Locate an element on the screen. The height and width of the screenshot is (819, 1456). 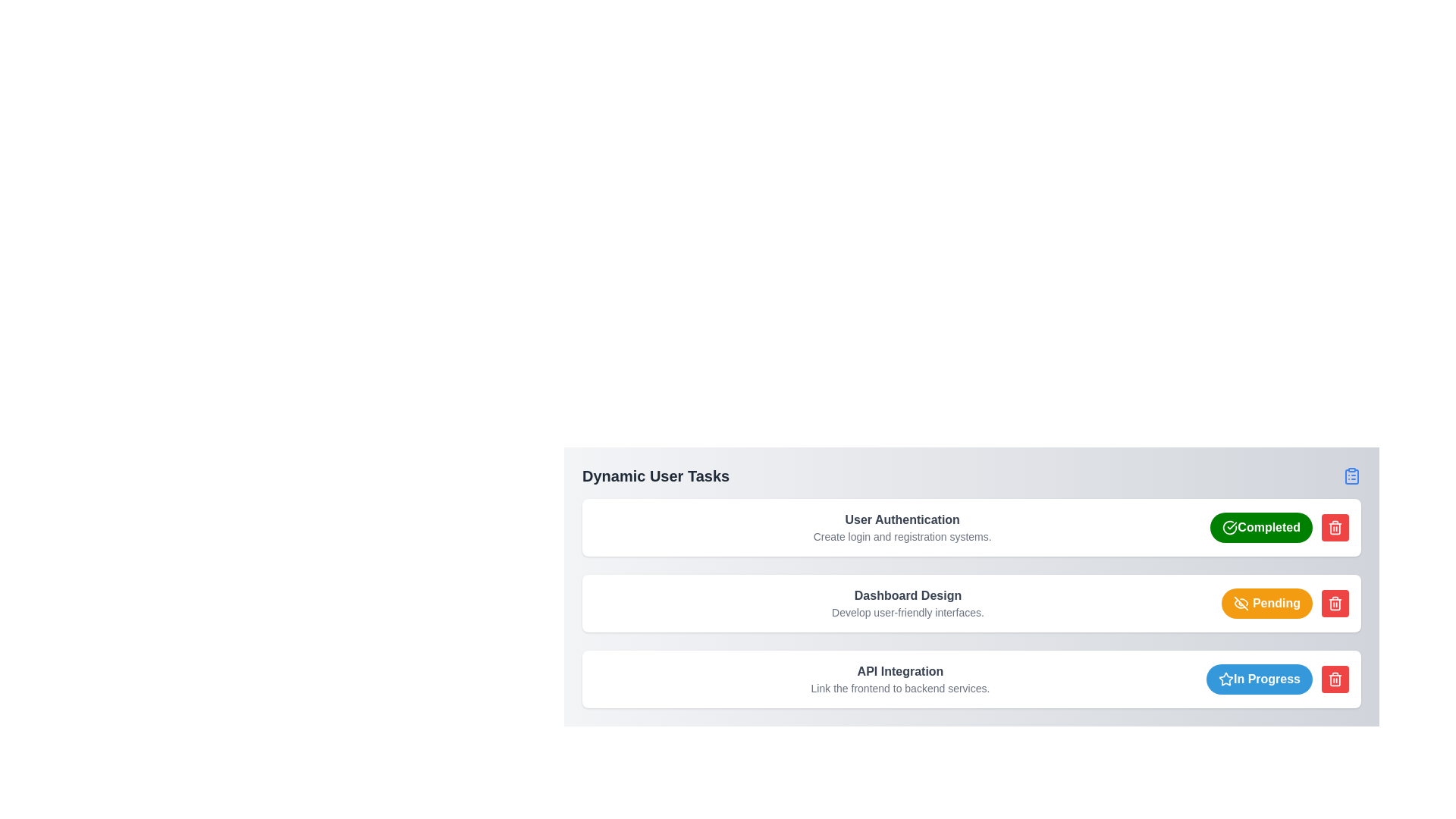
the static text label providing information about 'API Integration', which is positioned directly below the header in a bordered section is located at coordinates (900, 688).